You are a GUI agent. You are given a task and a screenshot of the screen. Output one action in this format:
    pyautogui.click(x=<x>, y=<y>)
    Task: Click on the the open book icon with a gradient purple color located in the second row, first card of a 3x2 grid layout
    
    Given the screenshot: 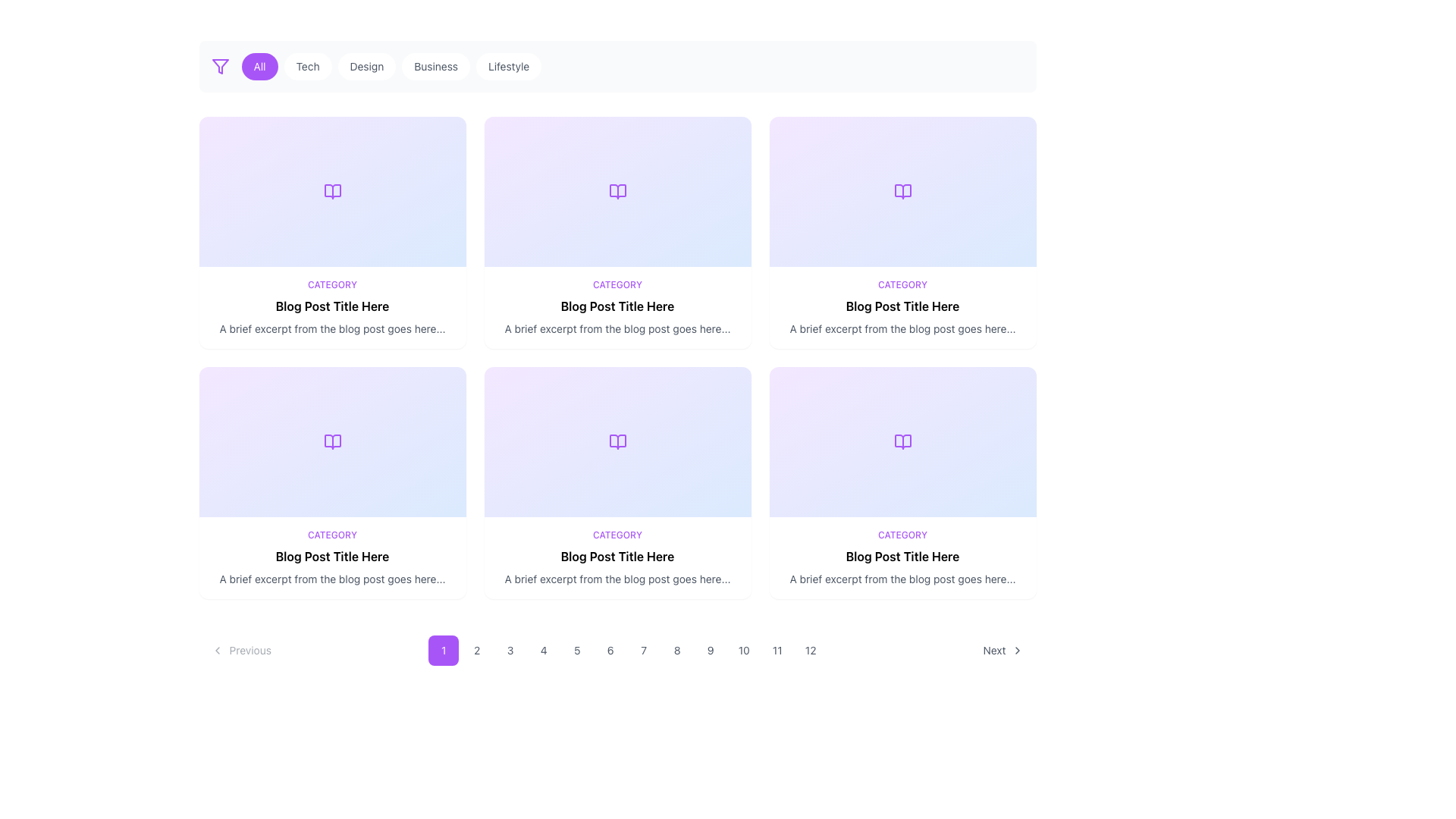 What is the action you would take?
    pyautogui.click(x=331, y=441)
    